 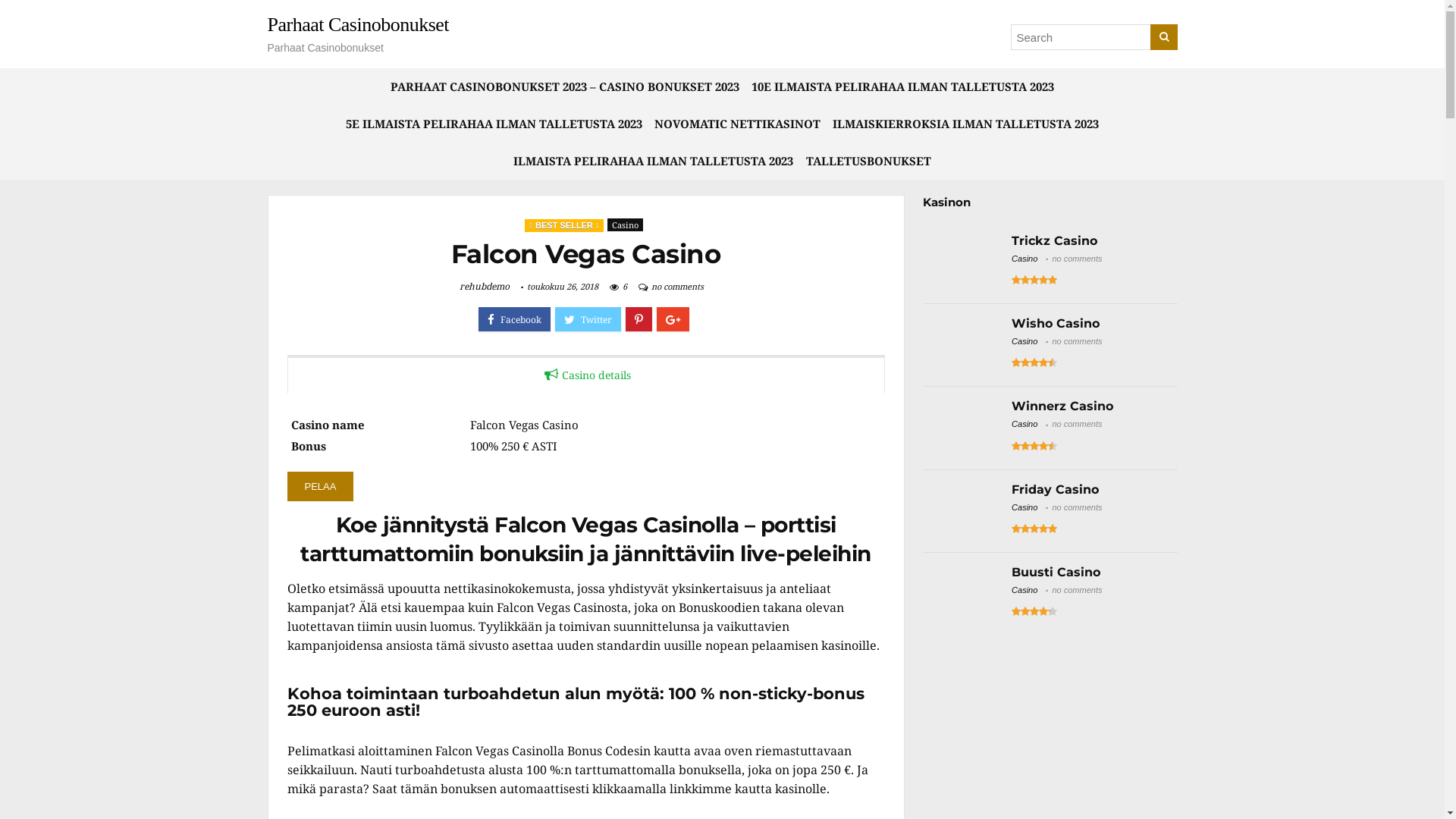 What do you see at coordinates (1024, 589) in the screenshot?
I see `'Casino'` at bounding box center [1024, 589].